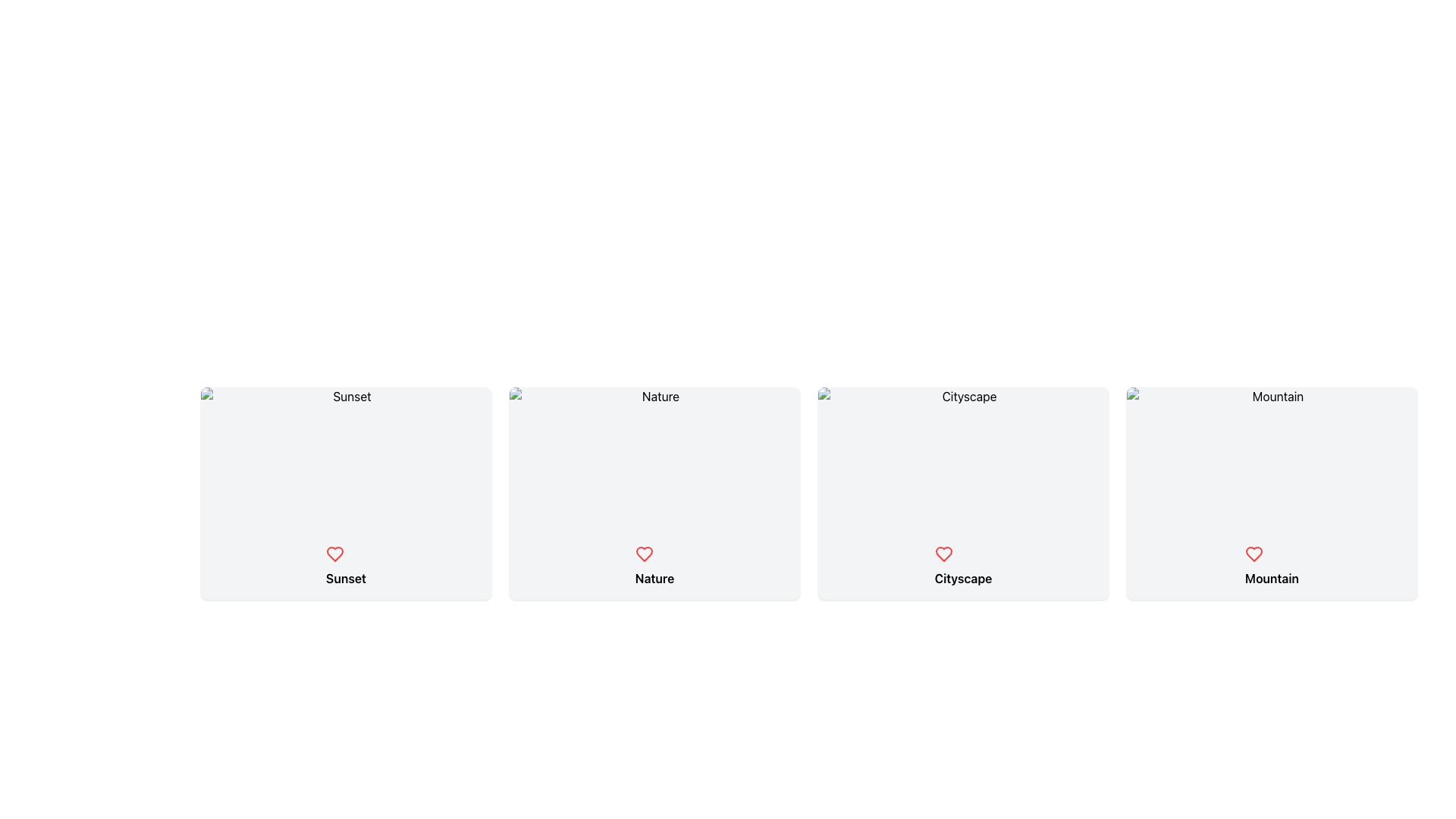 This screenshot has width=1456, height=819. I want to click on text content of the 'Sunset' title text block with heart icon located centrally beneath the image placeholder in the first card of a horizontal list, so click(345, 566).